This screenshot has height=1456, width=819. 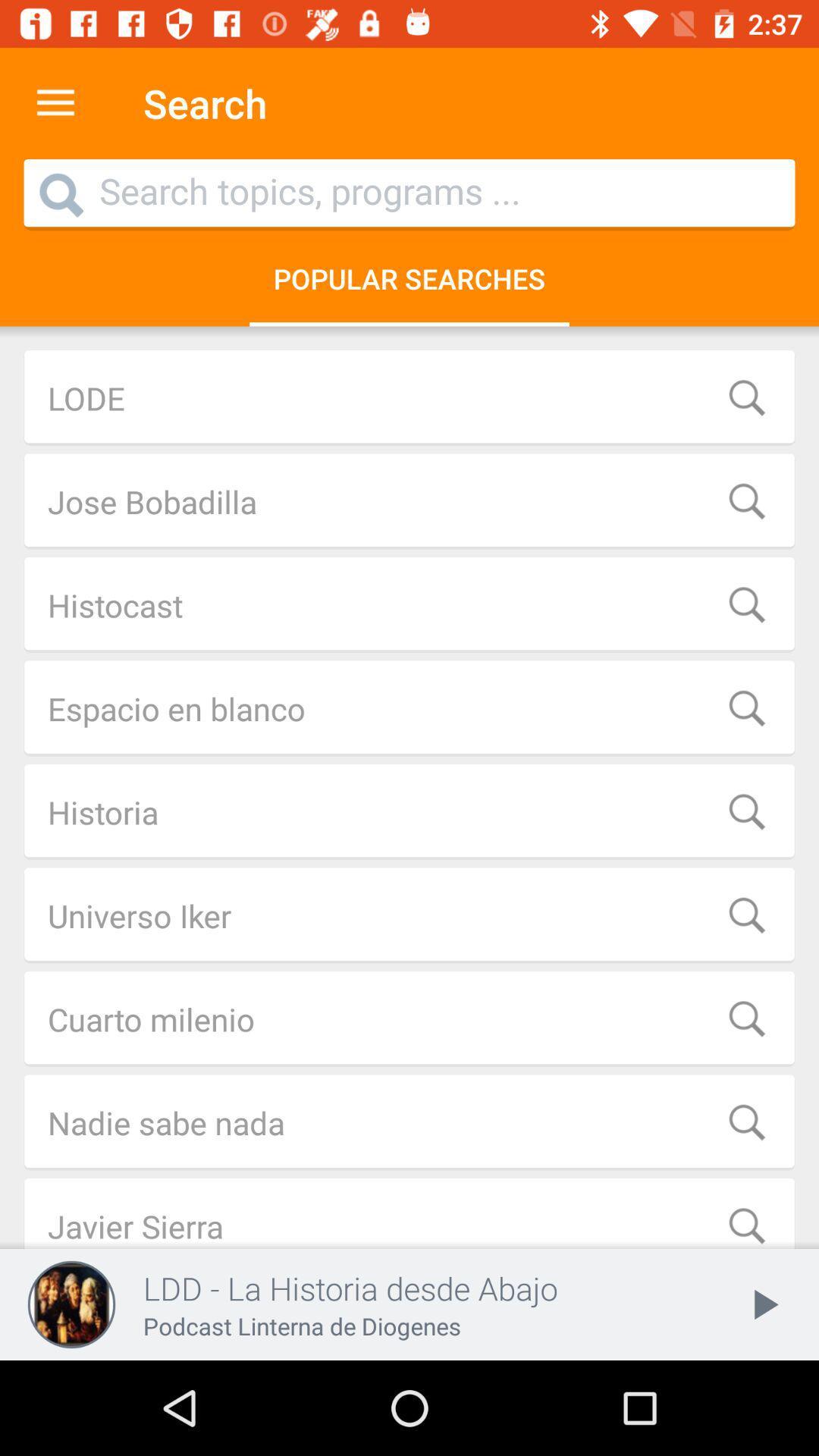 What do you see at coordinates (409, 708) in the screenshot?
I see `the icon below histocast item` at bounding box center [409, 708].